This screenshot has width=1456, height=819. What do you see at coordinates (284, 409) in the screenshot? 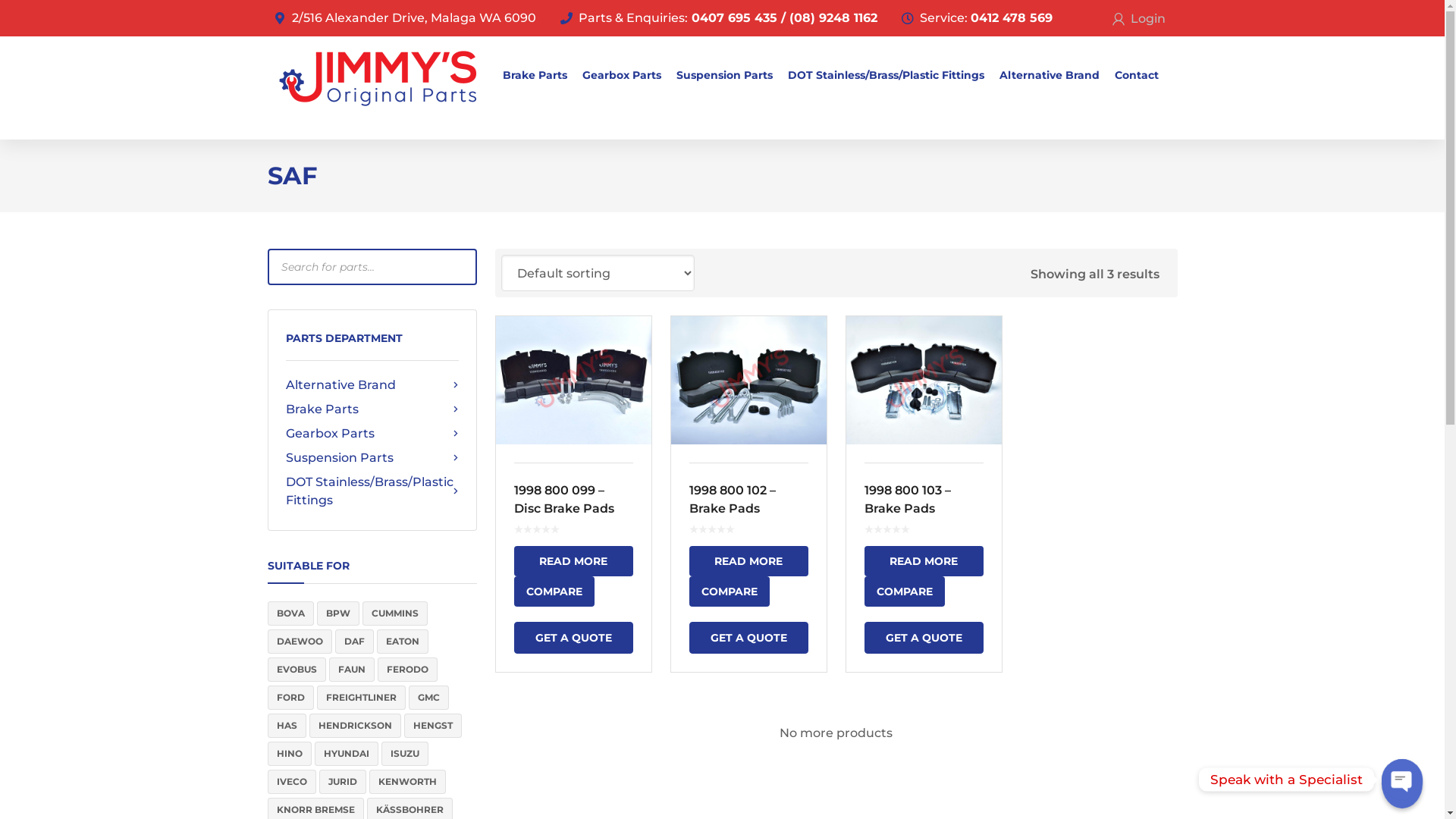
I see `'Brake Parts'` at bounding box center [284, 409].